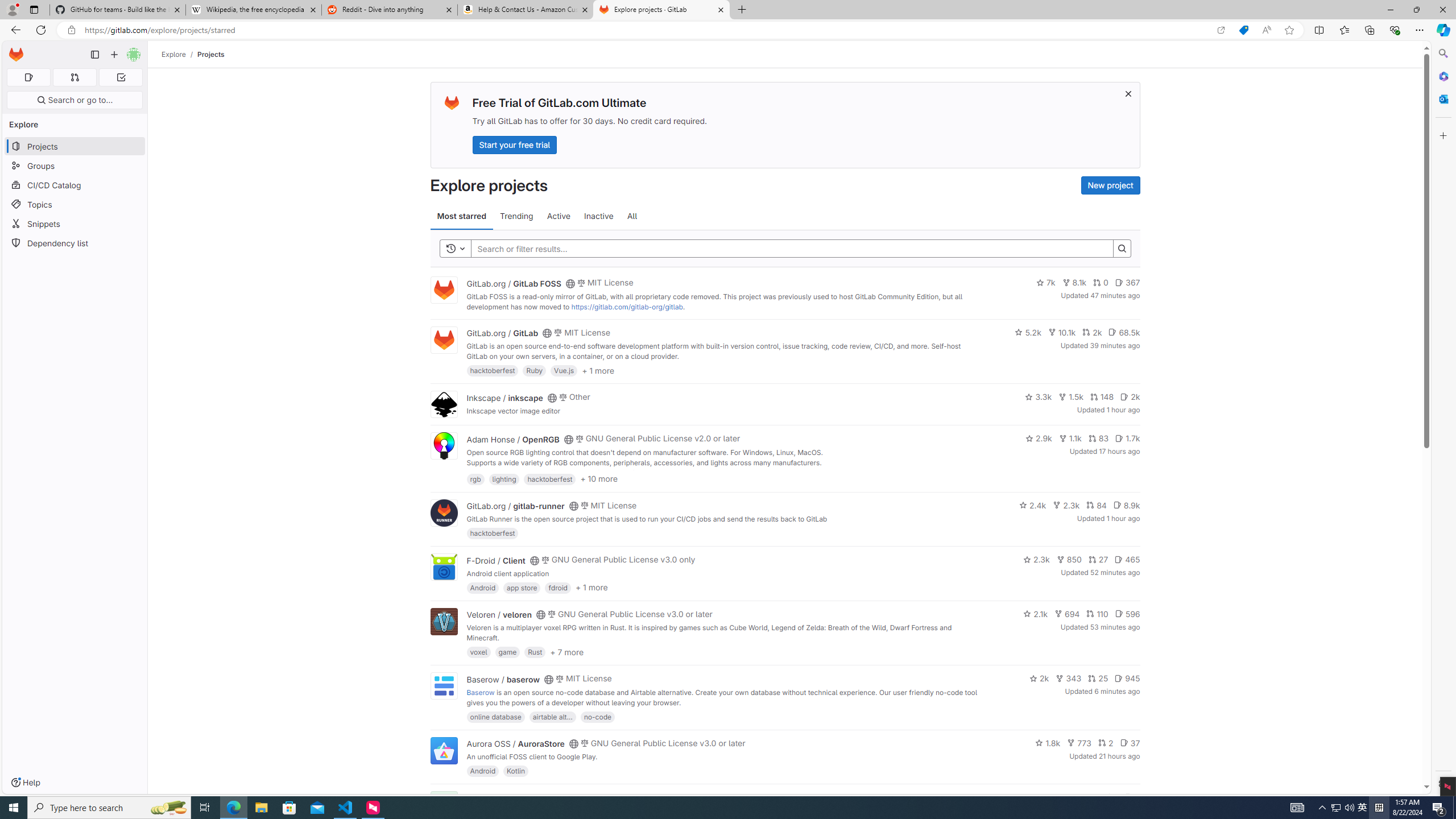 This screenshot has width=1456, height=819. Describe the element at coordinates (1126, 504) in the screenshot. I see `'8.9k'` at that location.